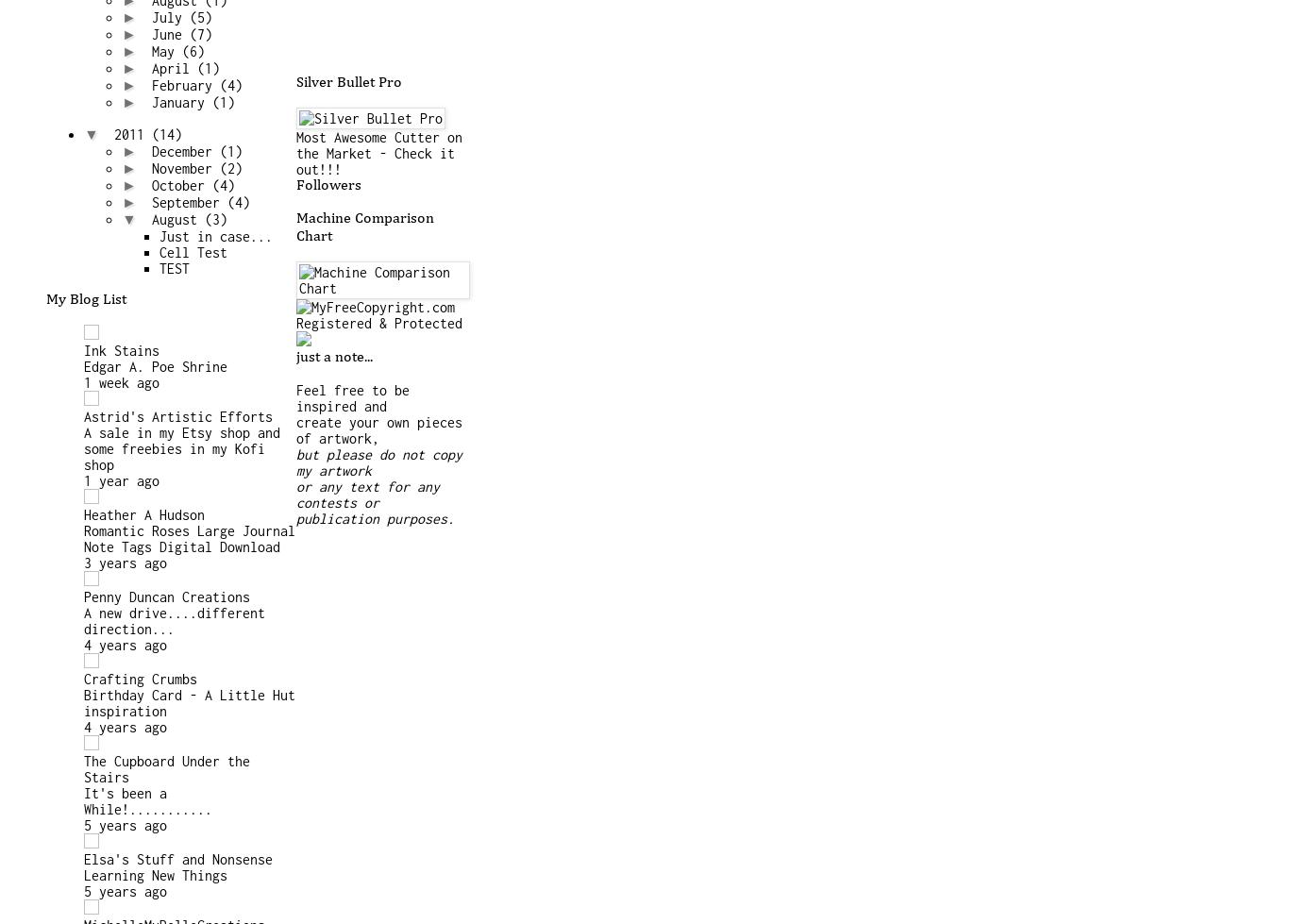 The image size is (1310, 924). What do you see at coordinates (169, 17) in the screenshot?
I see `'July'` at bounding box center [169, 17].